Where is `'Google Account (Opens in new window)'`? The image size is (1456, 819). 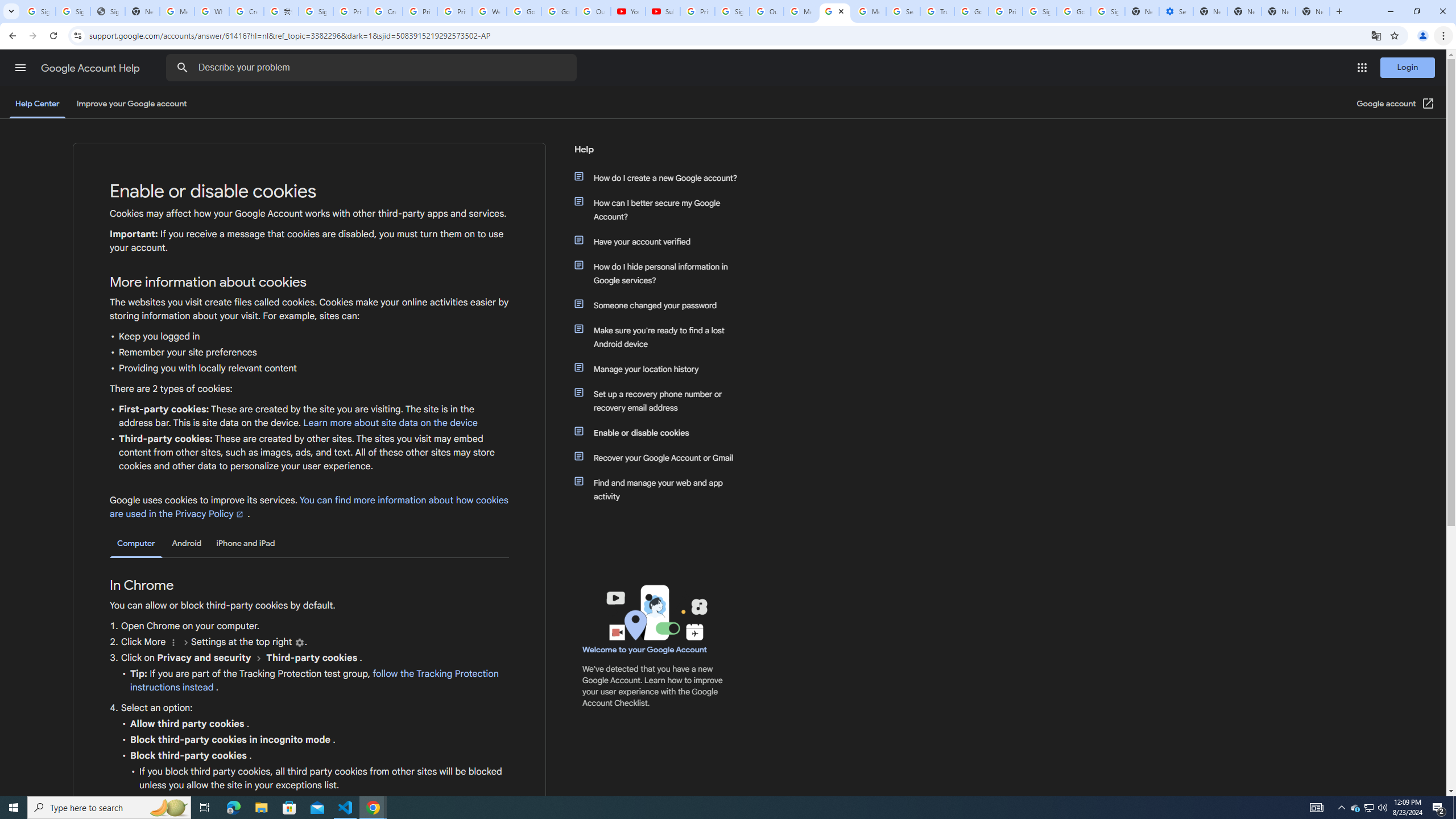 'Google Account (Opens in new window)' is located at coordinates (1396, 103).